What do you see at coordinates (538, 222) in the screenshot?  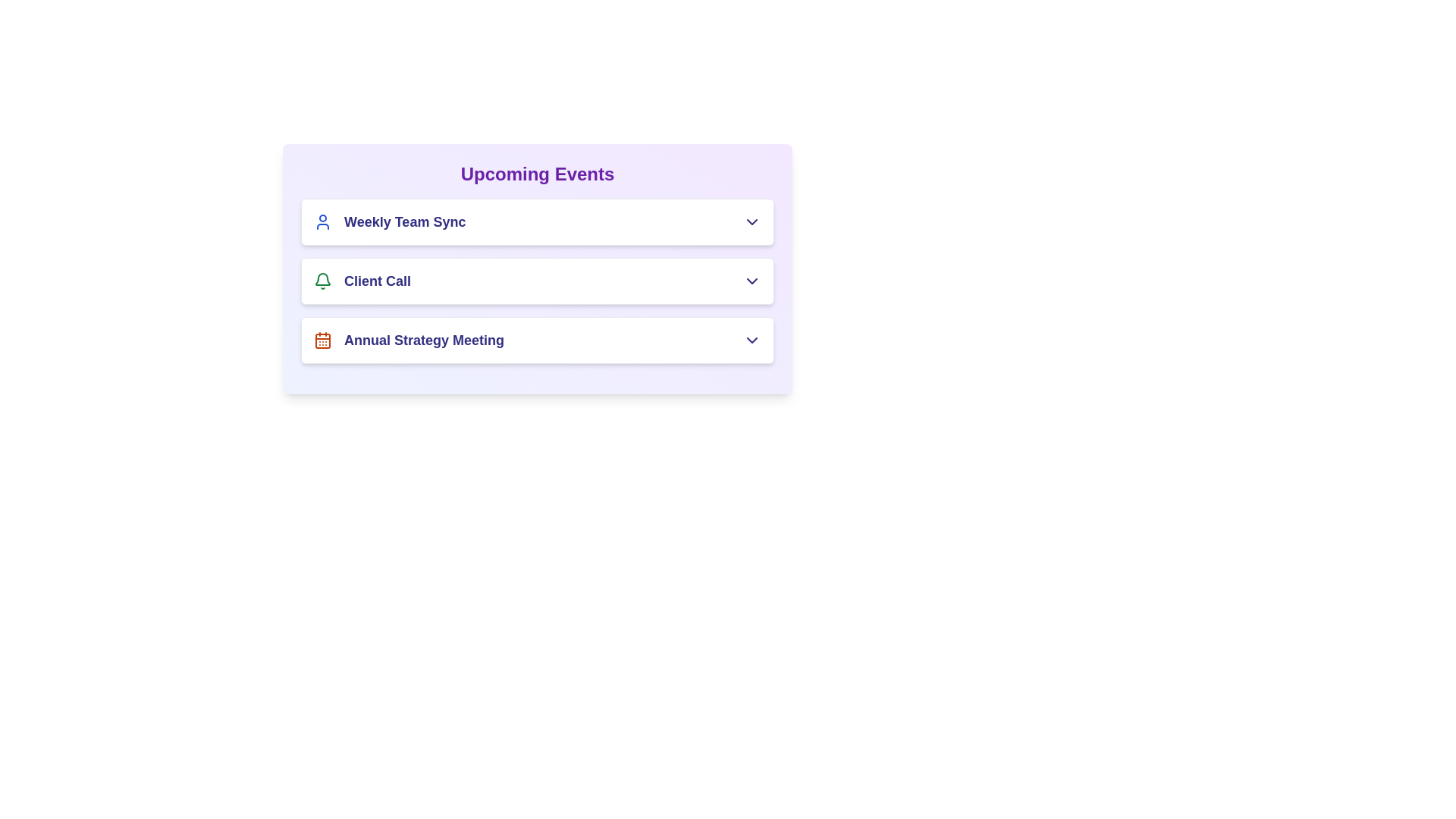 I see `the interactive button for 'Weekly Team Sync'` at bounding box center [538, 222].